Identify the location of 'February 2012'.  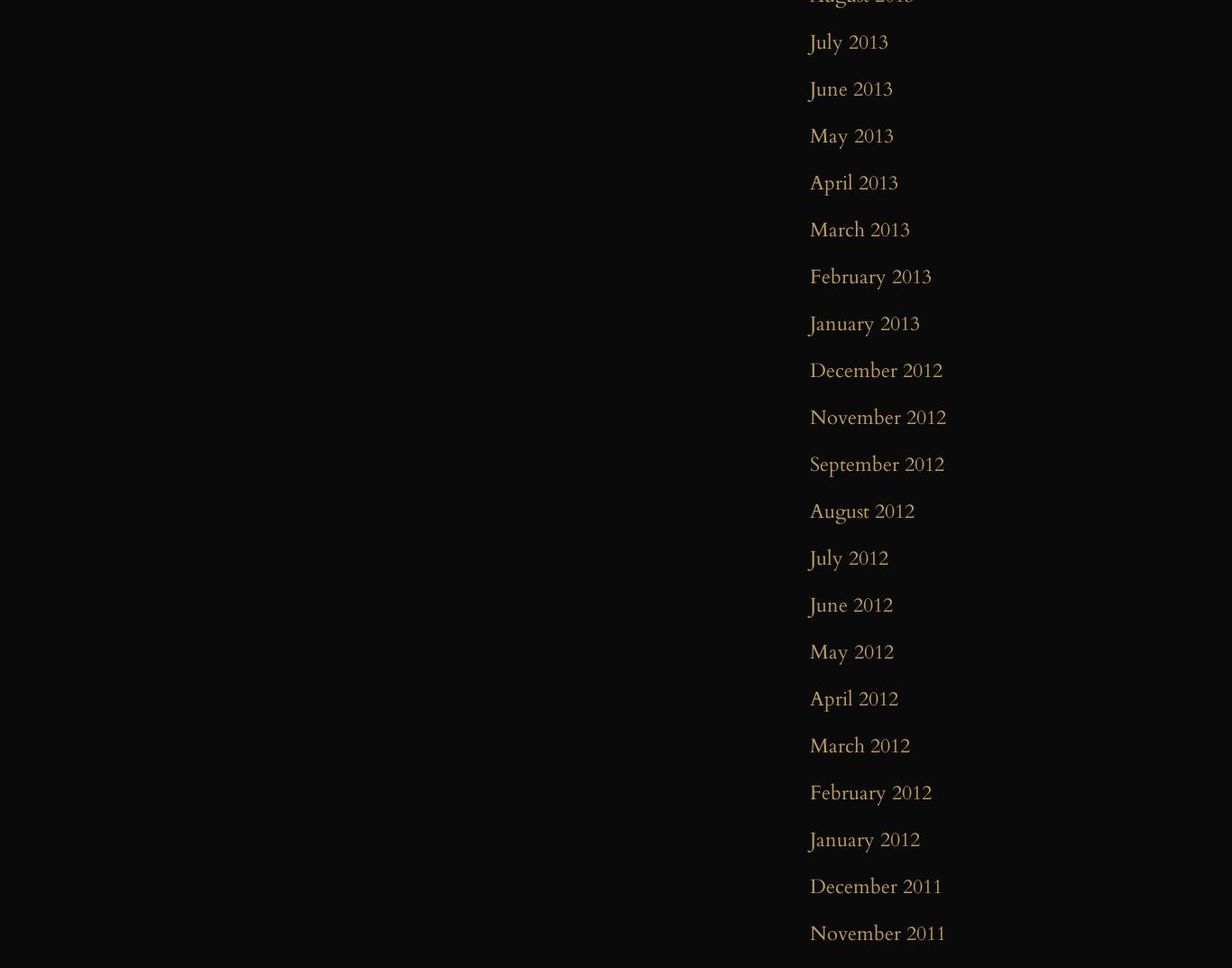
(870, 792).